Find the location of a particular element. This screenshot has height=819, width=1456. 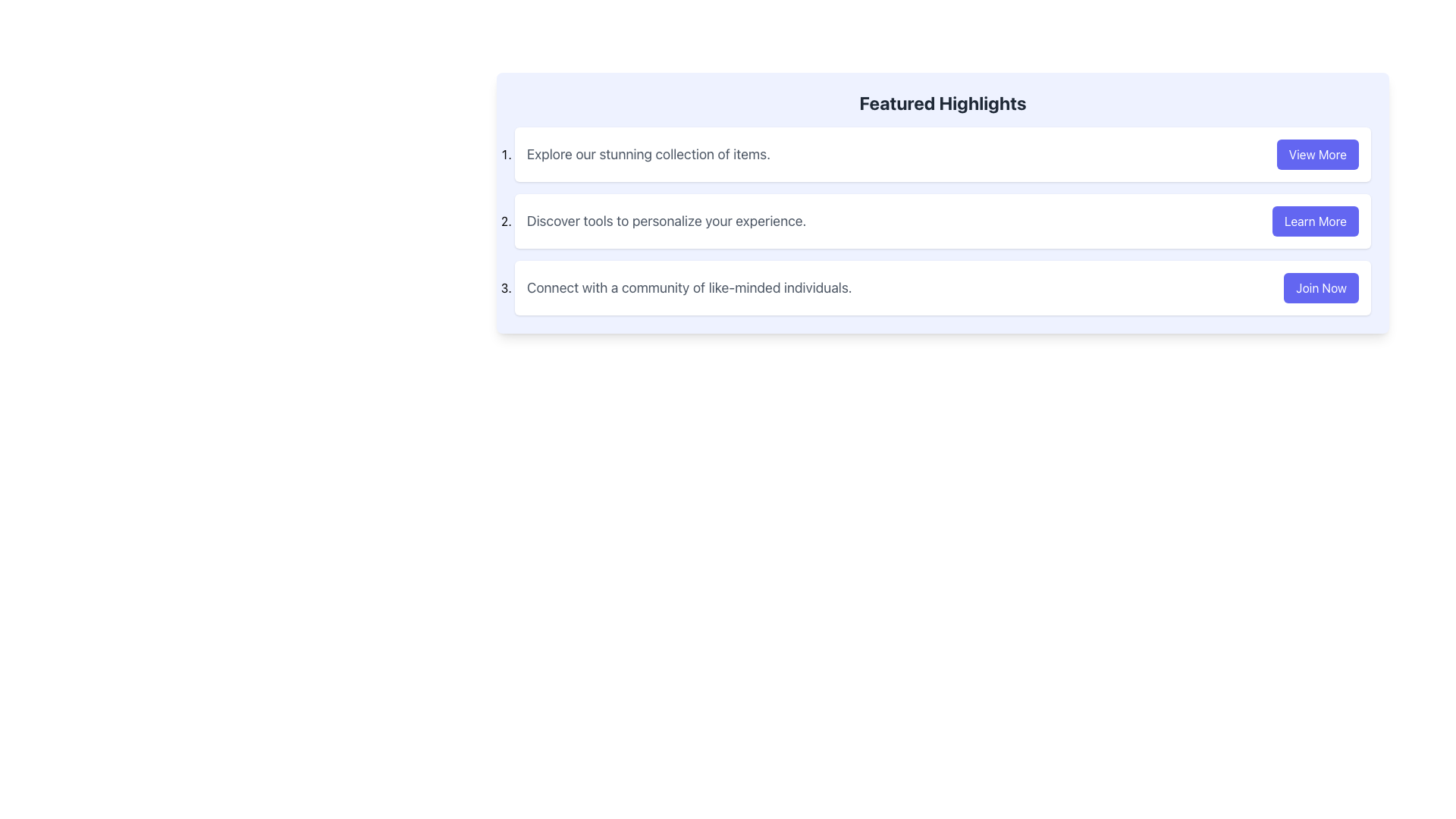

informational text that serves as a descriptive label in the second entry of a vertically aligned list, located to the left of a 'Learn More' button is located at coordinates (667, 221).